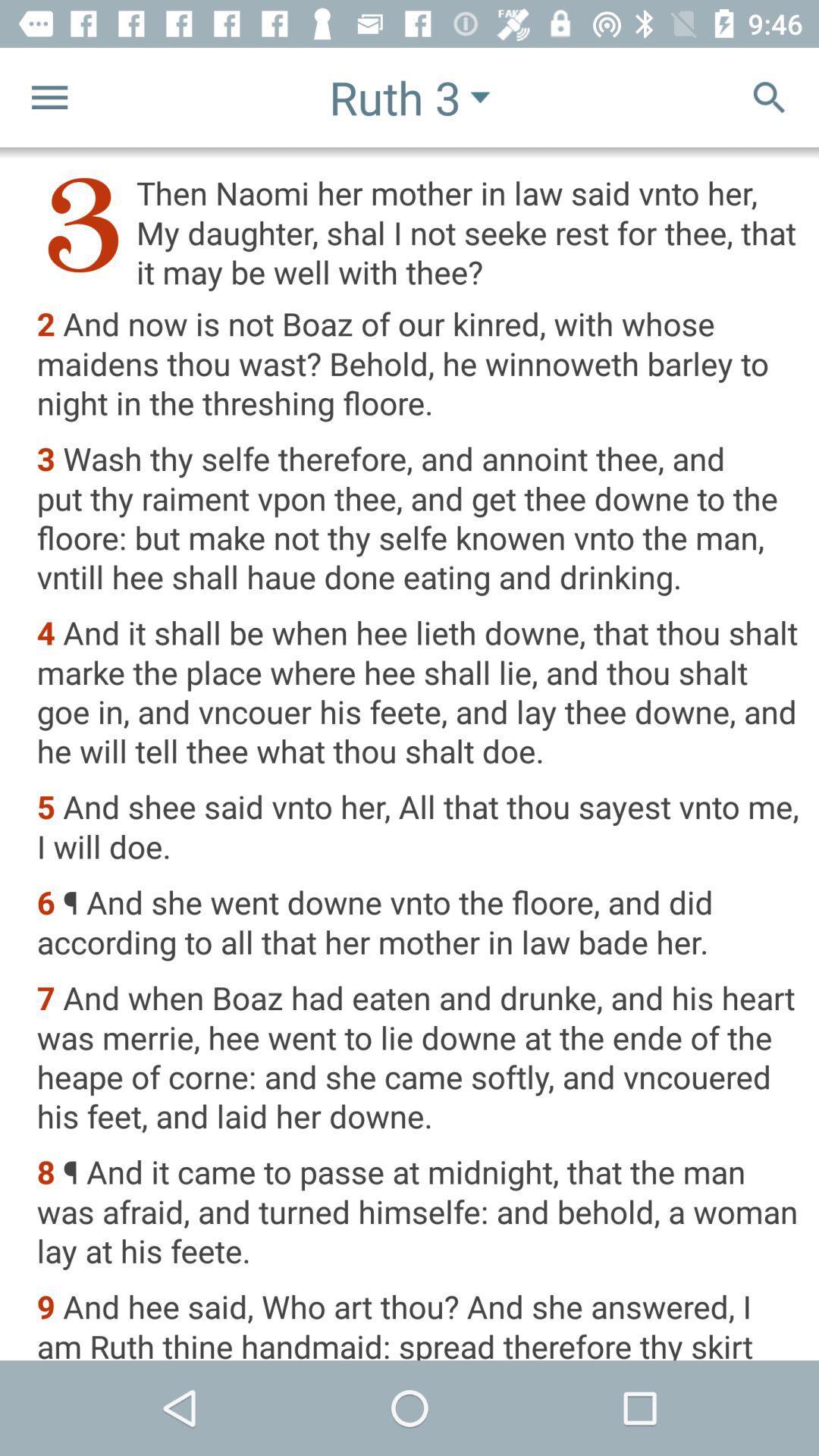 The height and width of the screenshot is (1456, 819). I want to click on icon above the 3 wash thy item, so click(418, 365).